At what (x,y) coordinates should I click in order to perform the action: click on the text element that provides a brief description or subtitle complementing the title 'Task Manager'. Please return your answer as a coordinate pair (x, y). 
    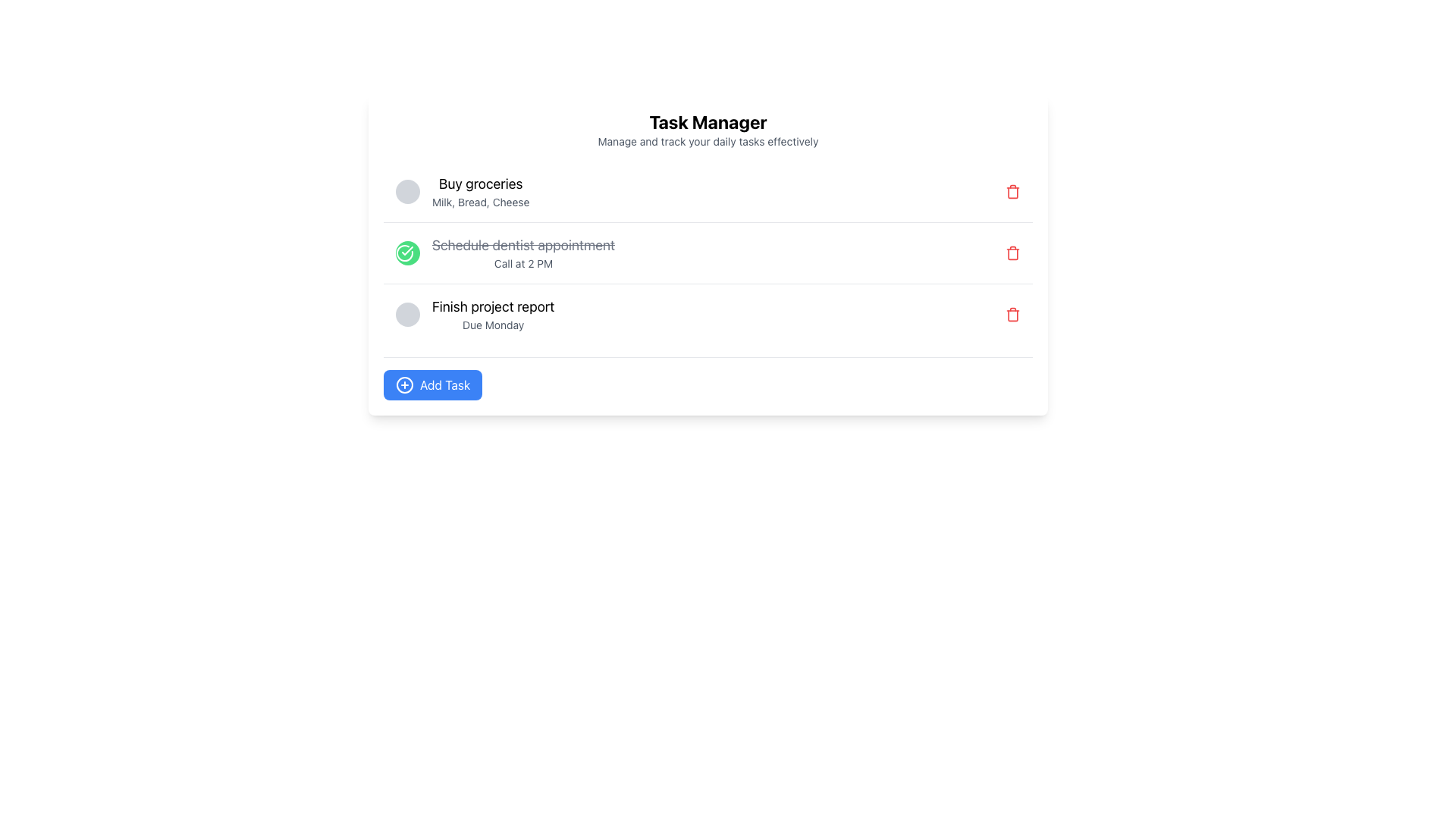
    Looking at the image, I should click on (708, 141).